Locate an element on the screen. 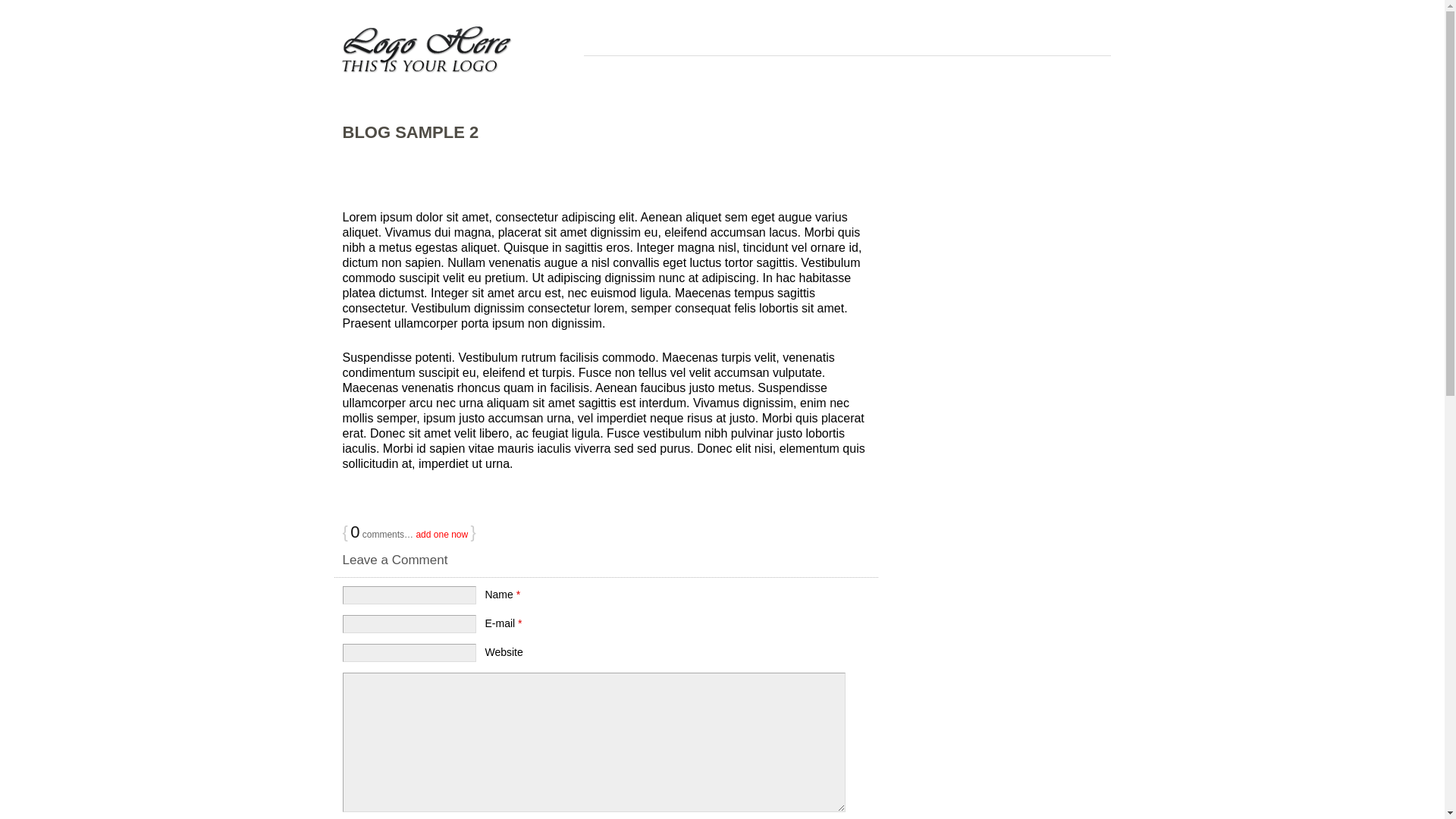 This screenshot has width=1456, height=819. 'add one now' is located at coordinates (441, 534).